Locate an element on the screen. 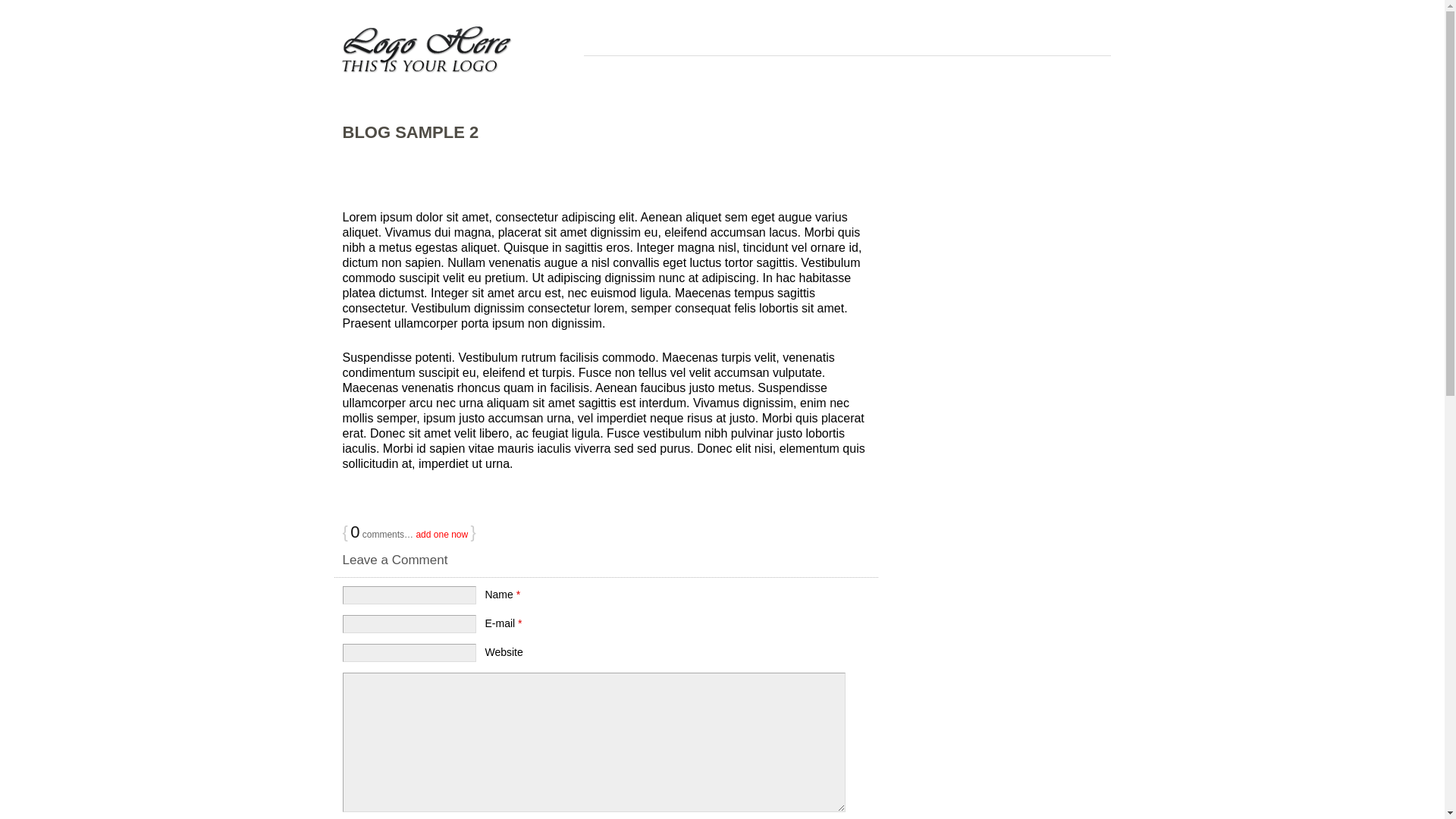 This screenshot has width=1456, height=819. 'add one now' is located at coordinates (441, 534).